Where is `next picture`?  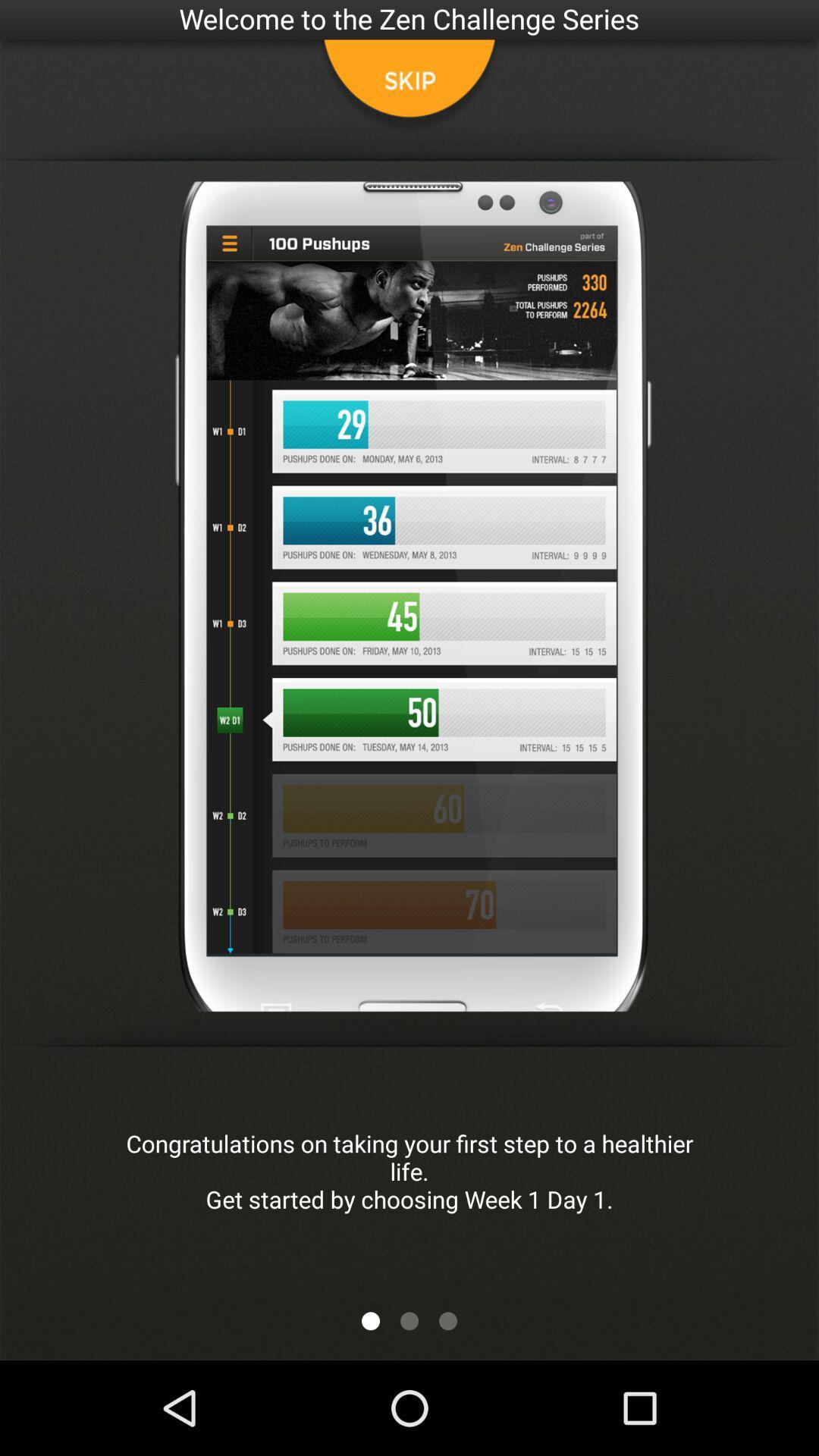 next picture is located at coordinates (371, 1320).